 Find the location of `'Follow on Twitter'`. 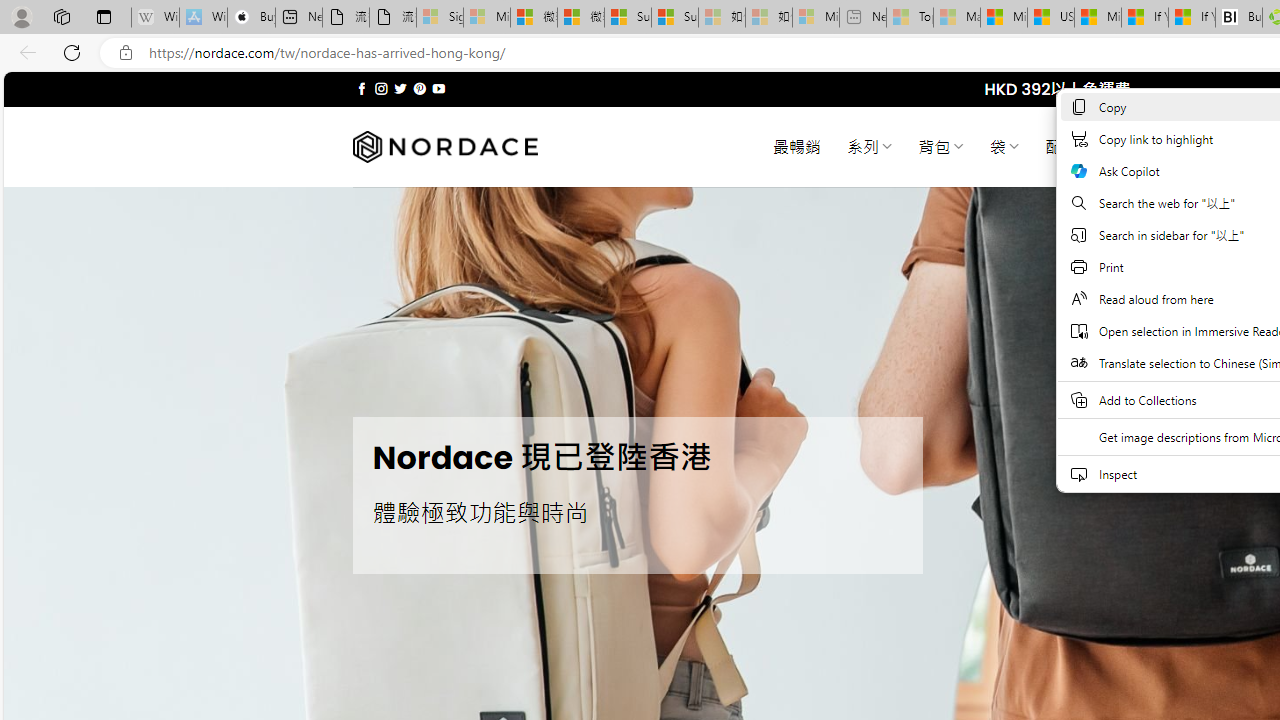

'Follow on Twitter' is located at coordinates (400, 88).